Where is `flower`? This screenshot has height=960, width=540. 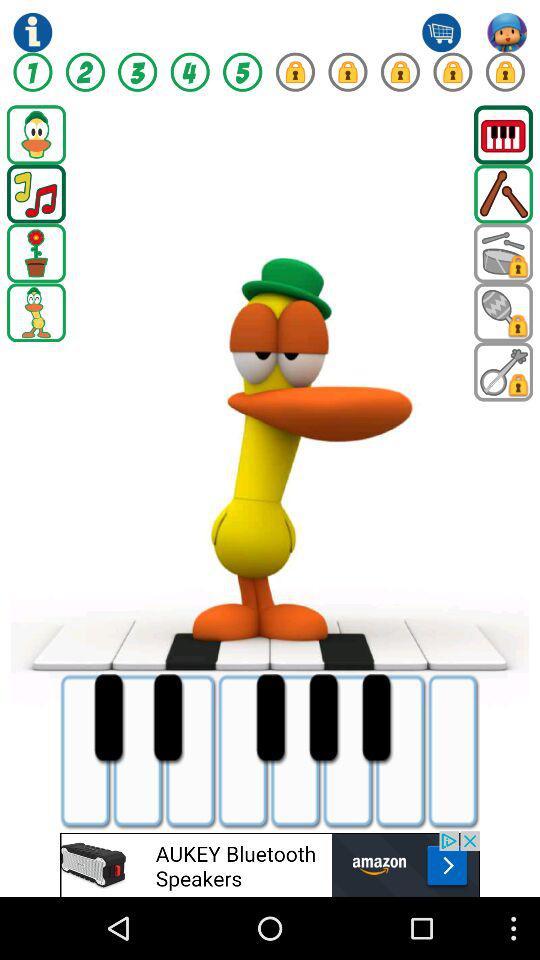 flower is located at coordinates (36, 252).